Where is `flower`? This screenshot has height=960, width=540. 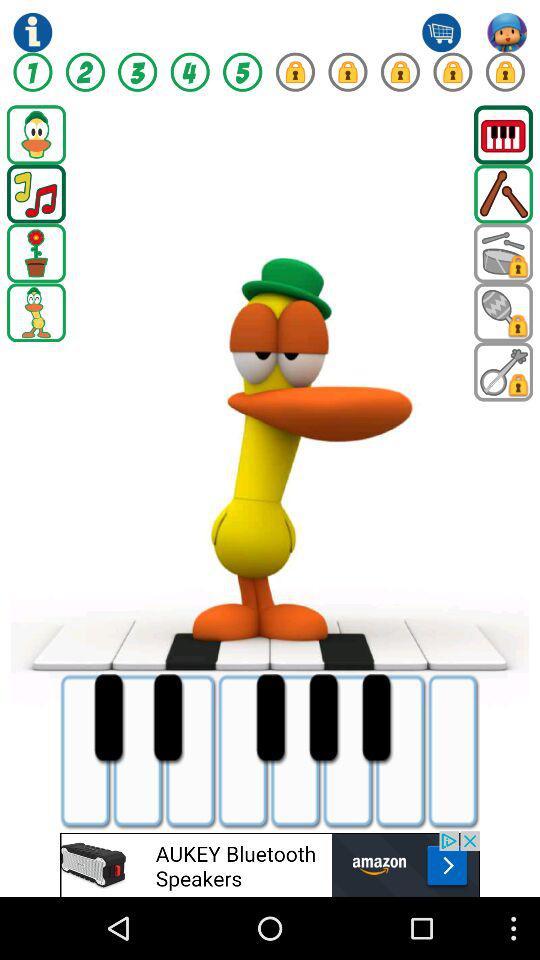 flower is located at coordinates (36, 252).